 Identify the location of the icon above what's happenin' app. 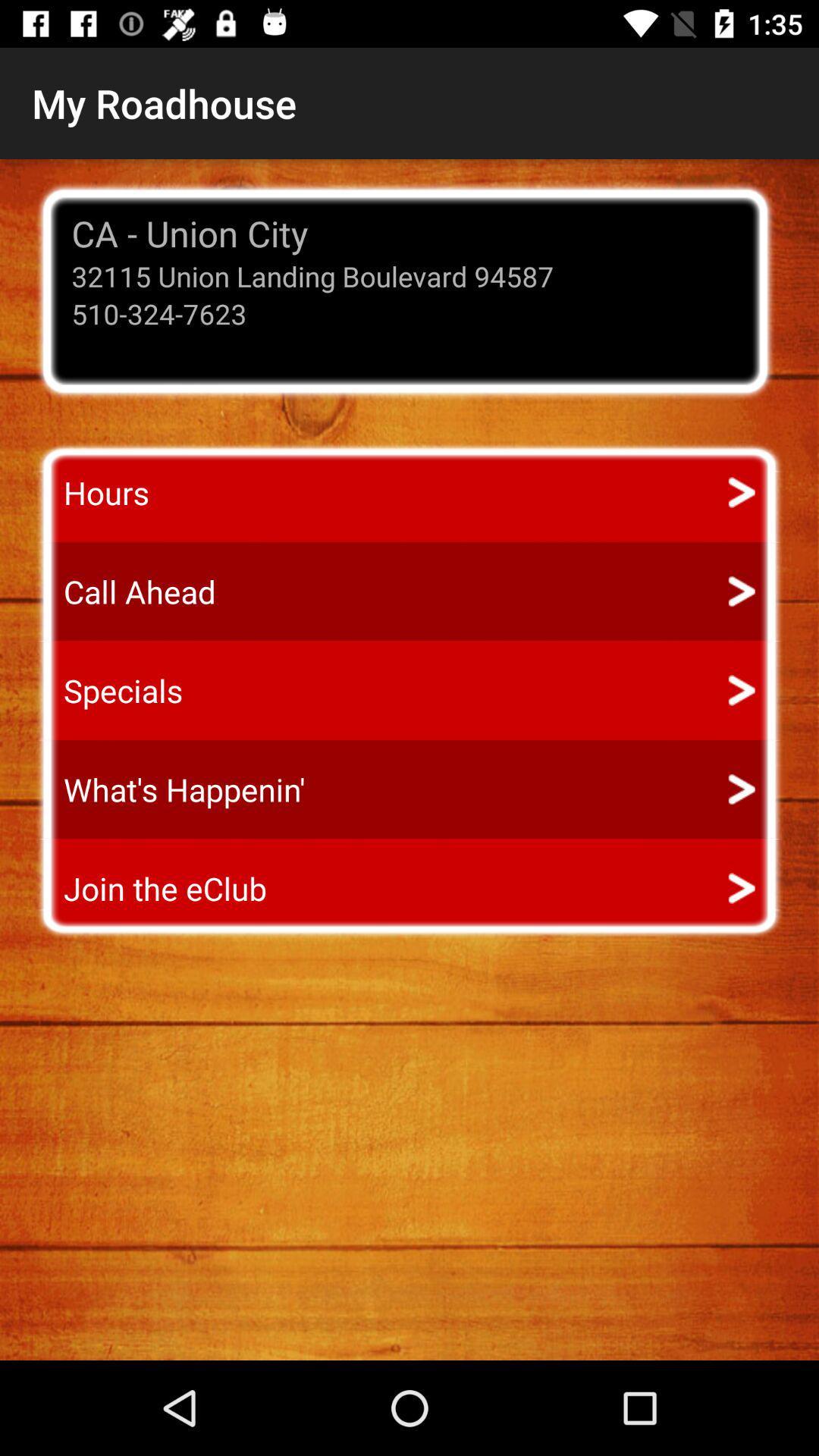
(108, 689).